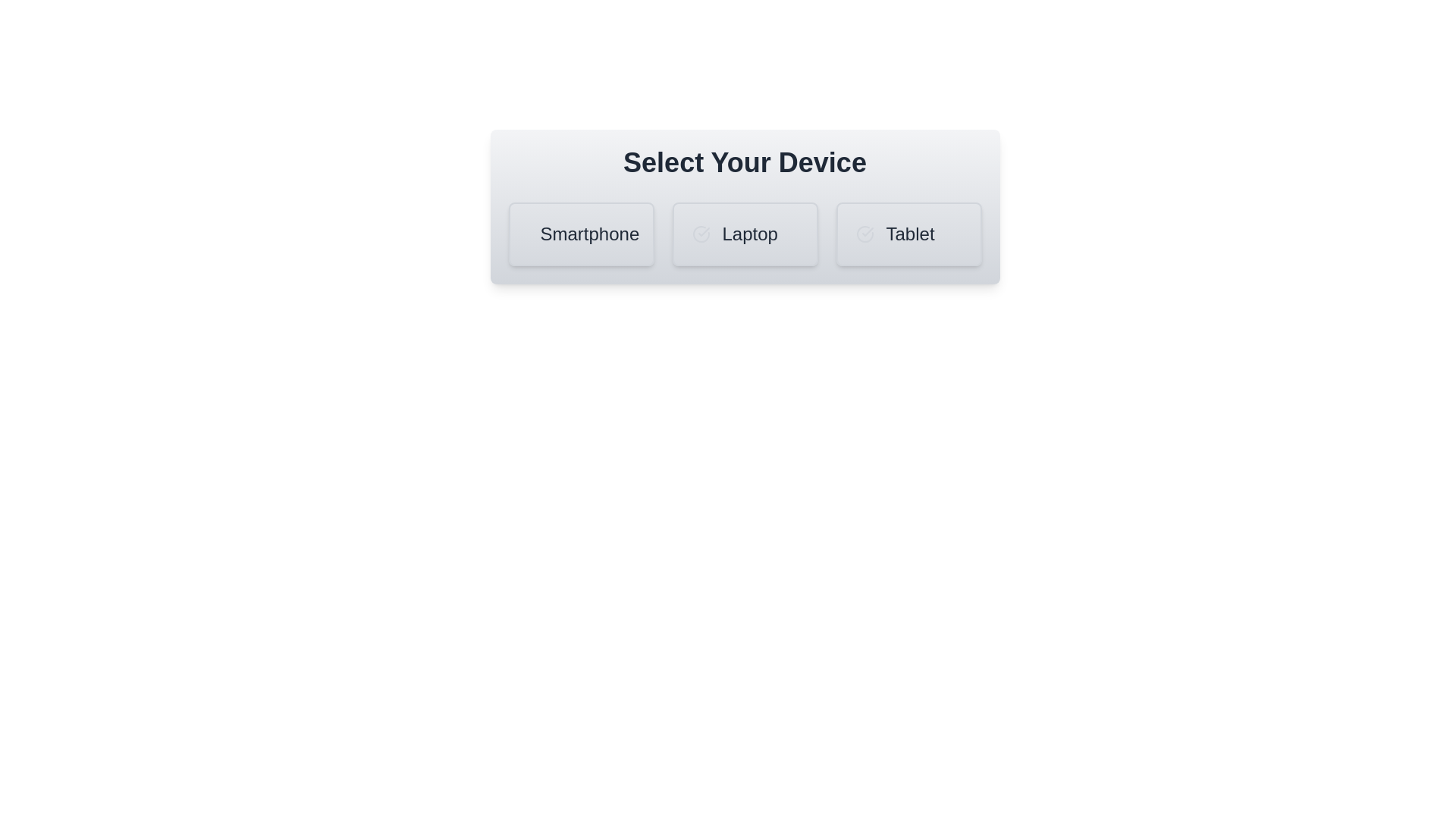 This screenshot has height=819, width=1456. What do you see at coordinates (700, 234) in the screenshot?
I see `the 'Laptop' button, which contains a circular graphical component indicating status or feature` at bounding box center [700, 234].